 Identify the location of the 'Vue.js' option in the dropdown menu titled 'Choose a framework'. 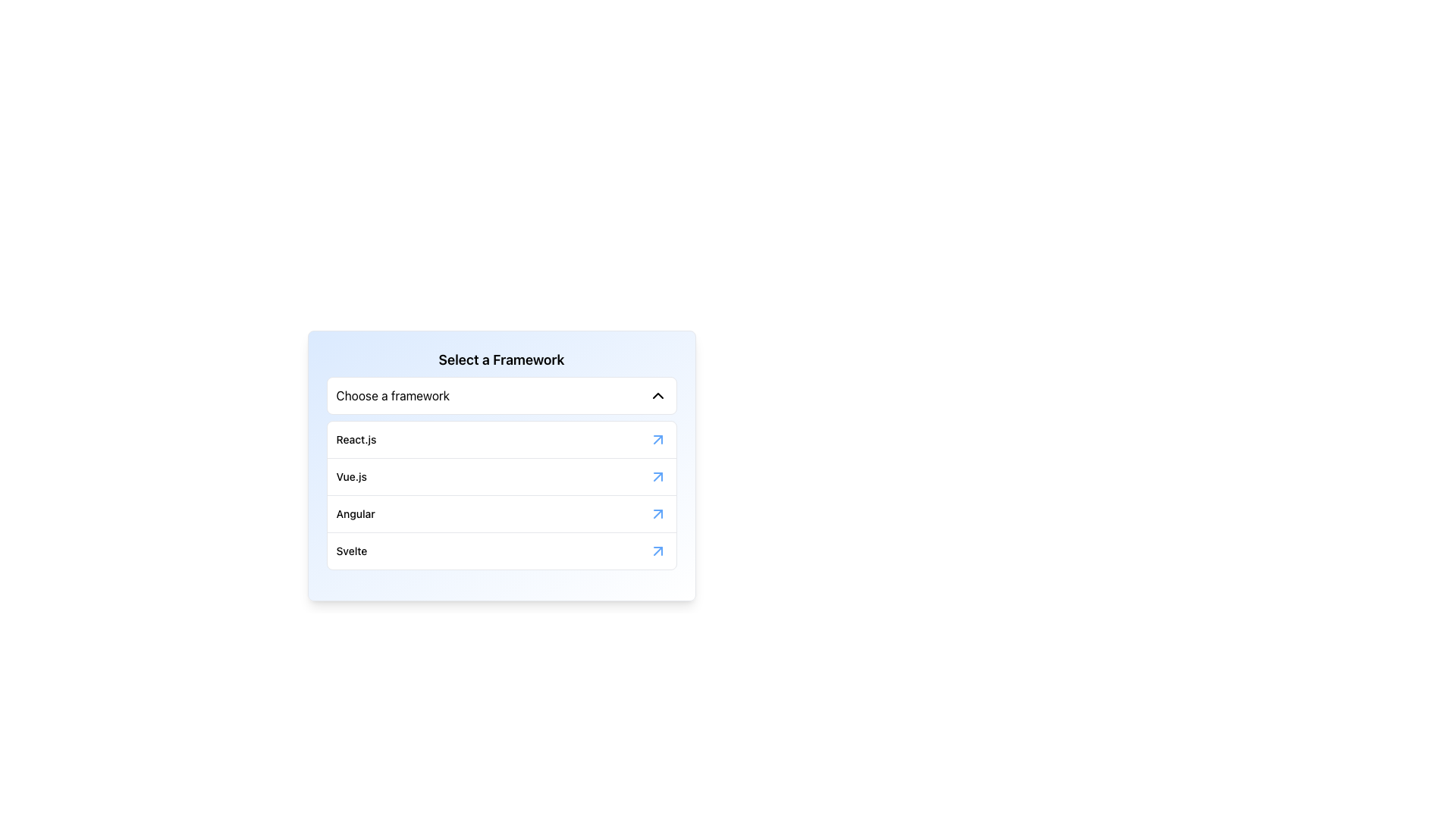
(501, 472).